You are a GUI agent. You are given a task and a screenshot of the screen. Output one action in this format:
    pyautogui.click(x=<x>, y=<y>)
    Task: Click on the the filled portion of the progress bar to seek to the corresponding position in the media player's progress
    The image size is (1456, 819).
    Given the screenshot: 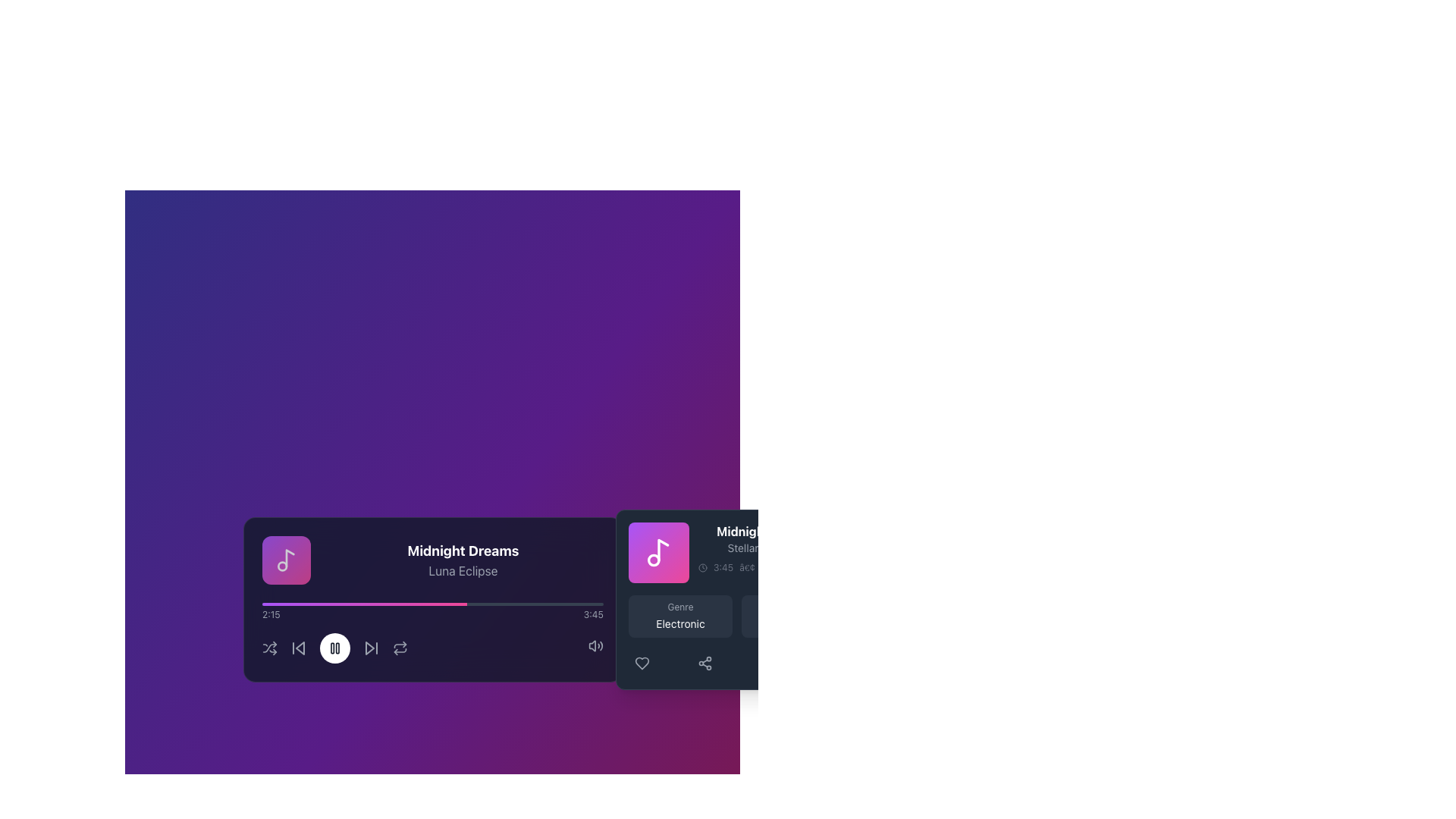 What is the action you would take?
    pyautogui.click(x=364, y=604)
    